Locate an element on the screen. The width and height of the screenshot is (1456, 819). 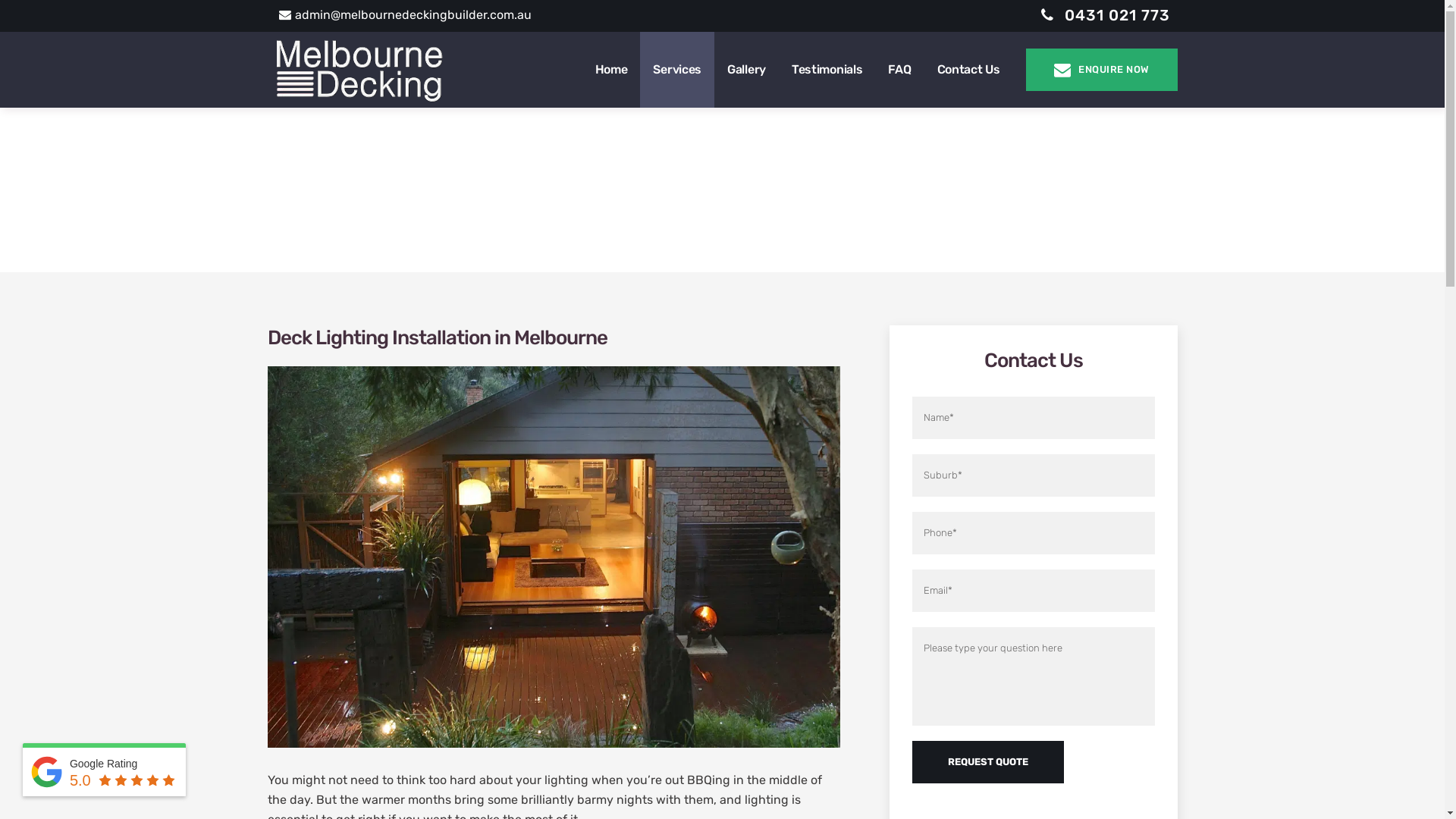
'ENQUIRE NOW' is located at coordinates (1025, 70).